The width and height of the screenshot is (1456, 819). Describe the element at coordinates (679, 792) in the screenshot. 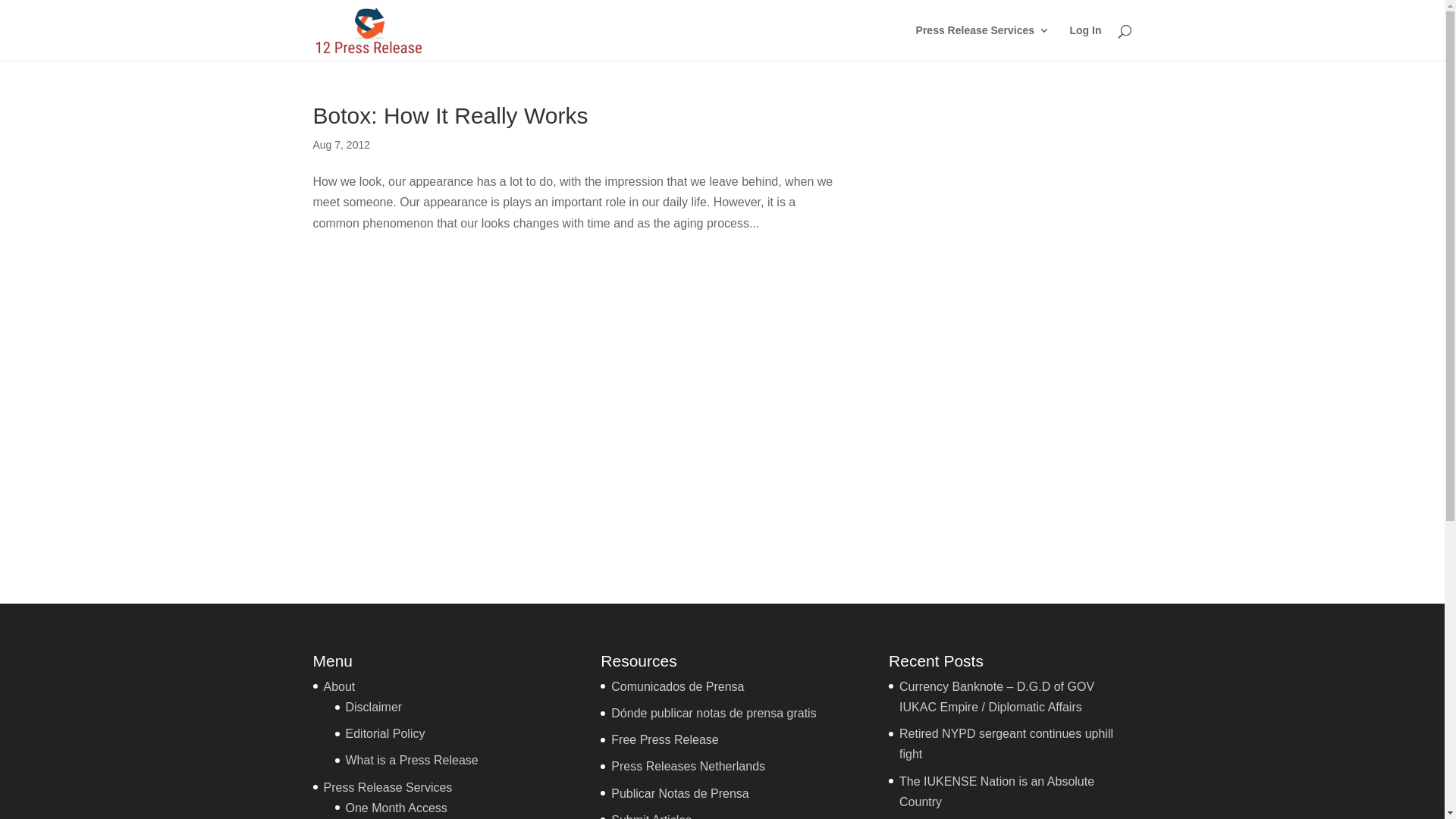

I see `'Publicar Notas de Prensa'` at that location.